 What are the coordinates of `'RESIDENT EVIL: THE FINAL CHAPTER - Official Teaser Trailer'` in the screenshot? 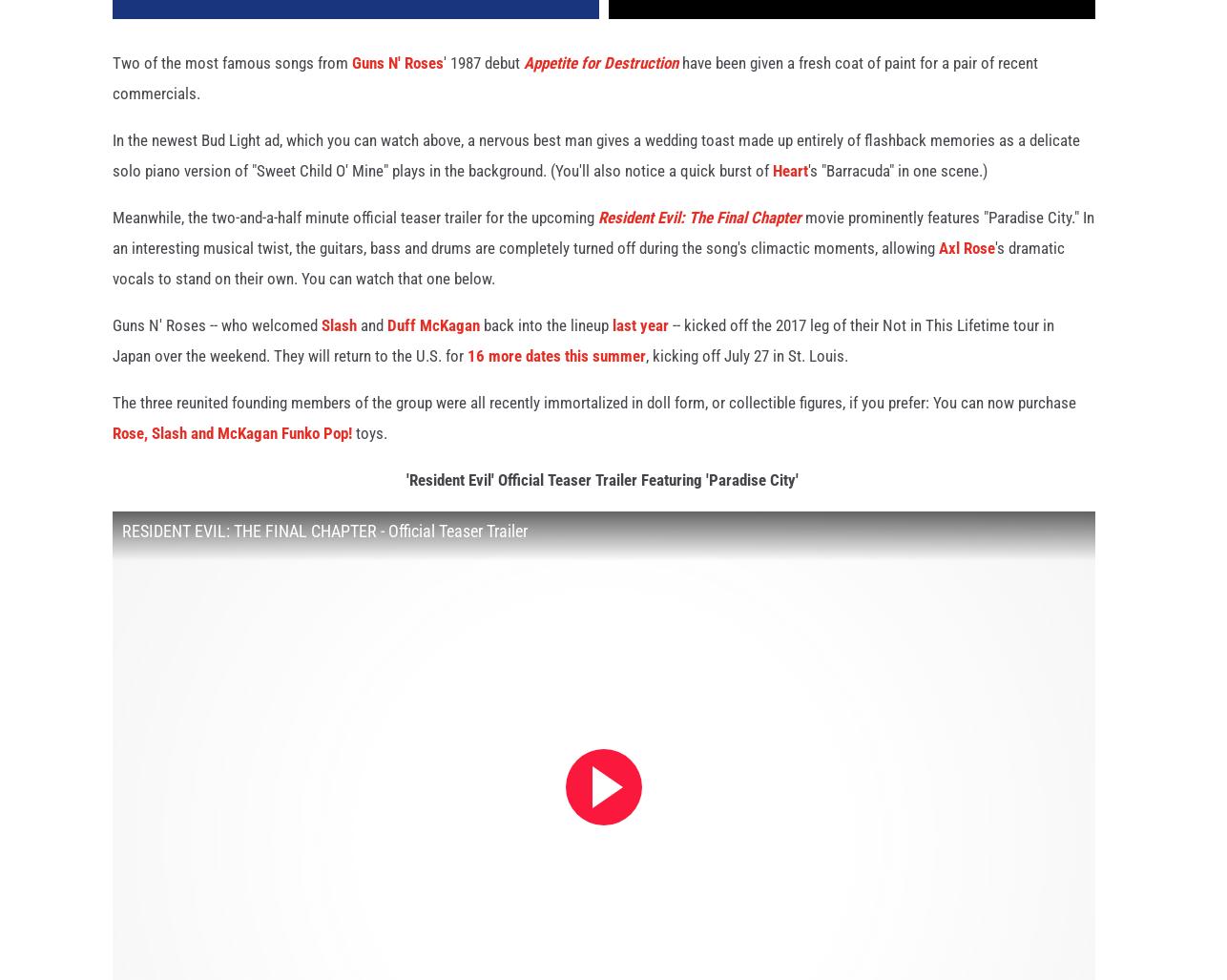 It's located at (323, 552).